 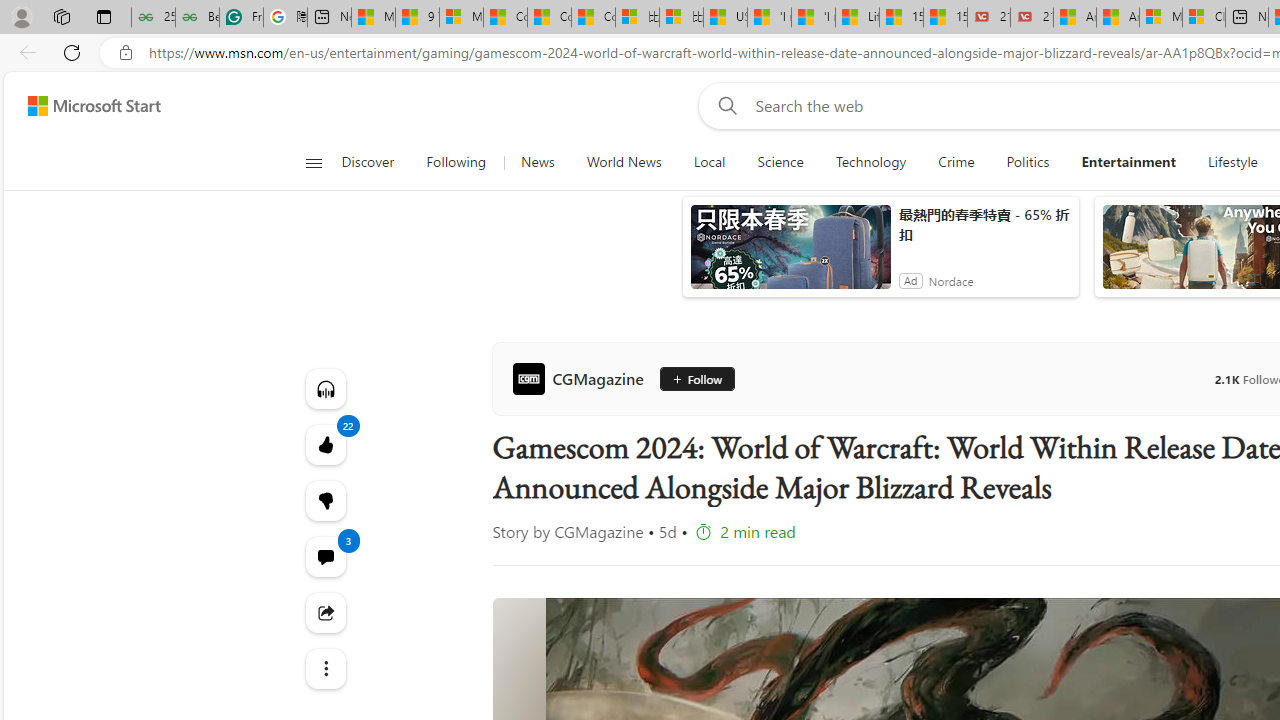 I want to click on 'Science', so click(x=779, y=162).